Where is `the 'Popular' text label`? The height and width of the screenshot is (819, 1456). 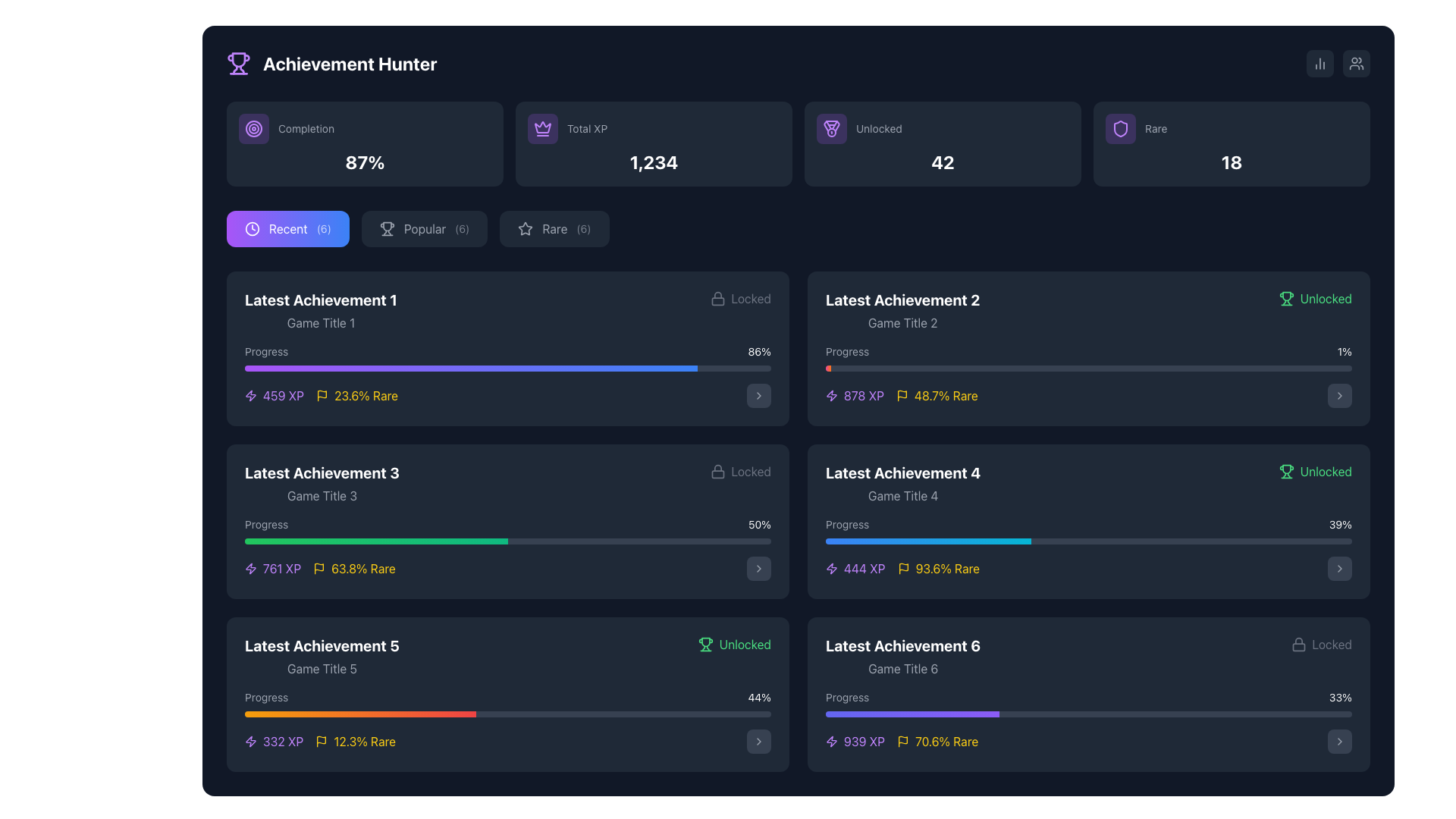
the 'Popular' text label is located at coordinates (425, 228).